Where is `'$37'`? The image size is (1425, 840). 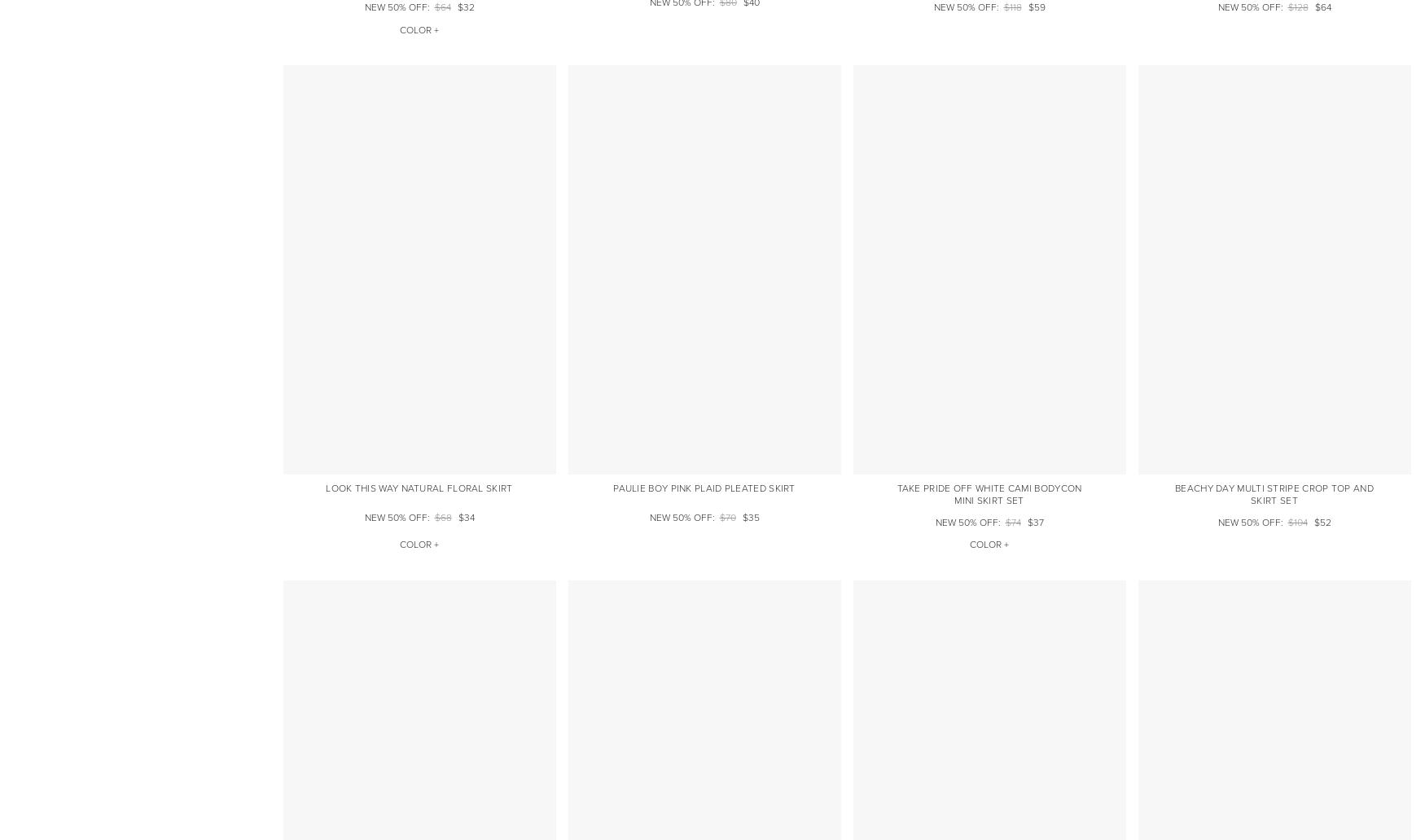
'$37' is located at coordinates (1034, 522).